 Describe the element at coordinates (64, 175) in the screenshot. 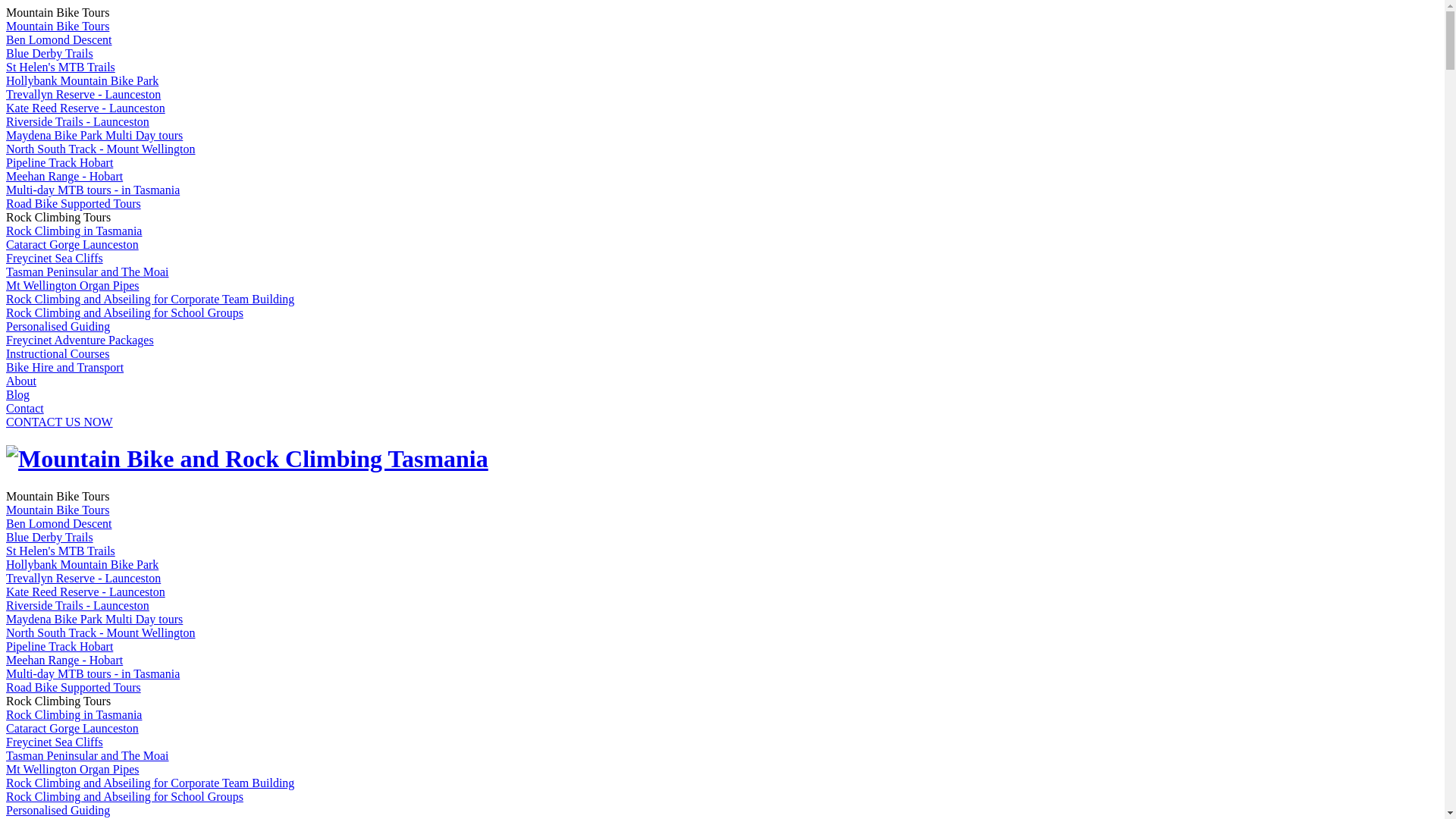

I see `'Meehan Range - Hobart'` at that location.